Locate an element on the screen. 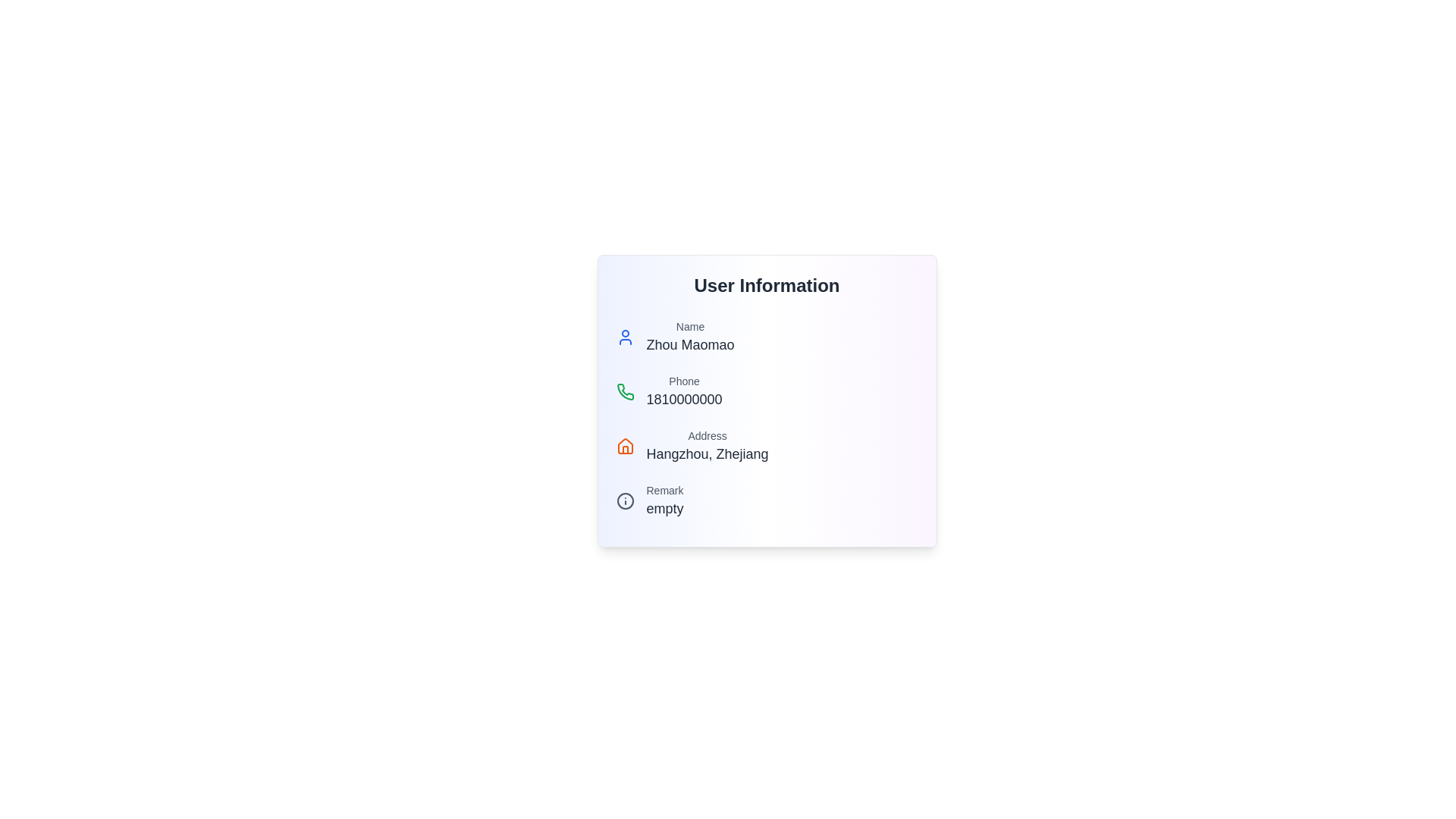  the icon with a circular border that has a small dot on top and a longer line below, which is located next to the text 'Remark empty' is located at coordinates (625, 500).